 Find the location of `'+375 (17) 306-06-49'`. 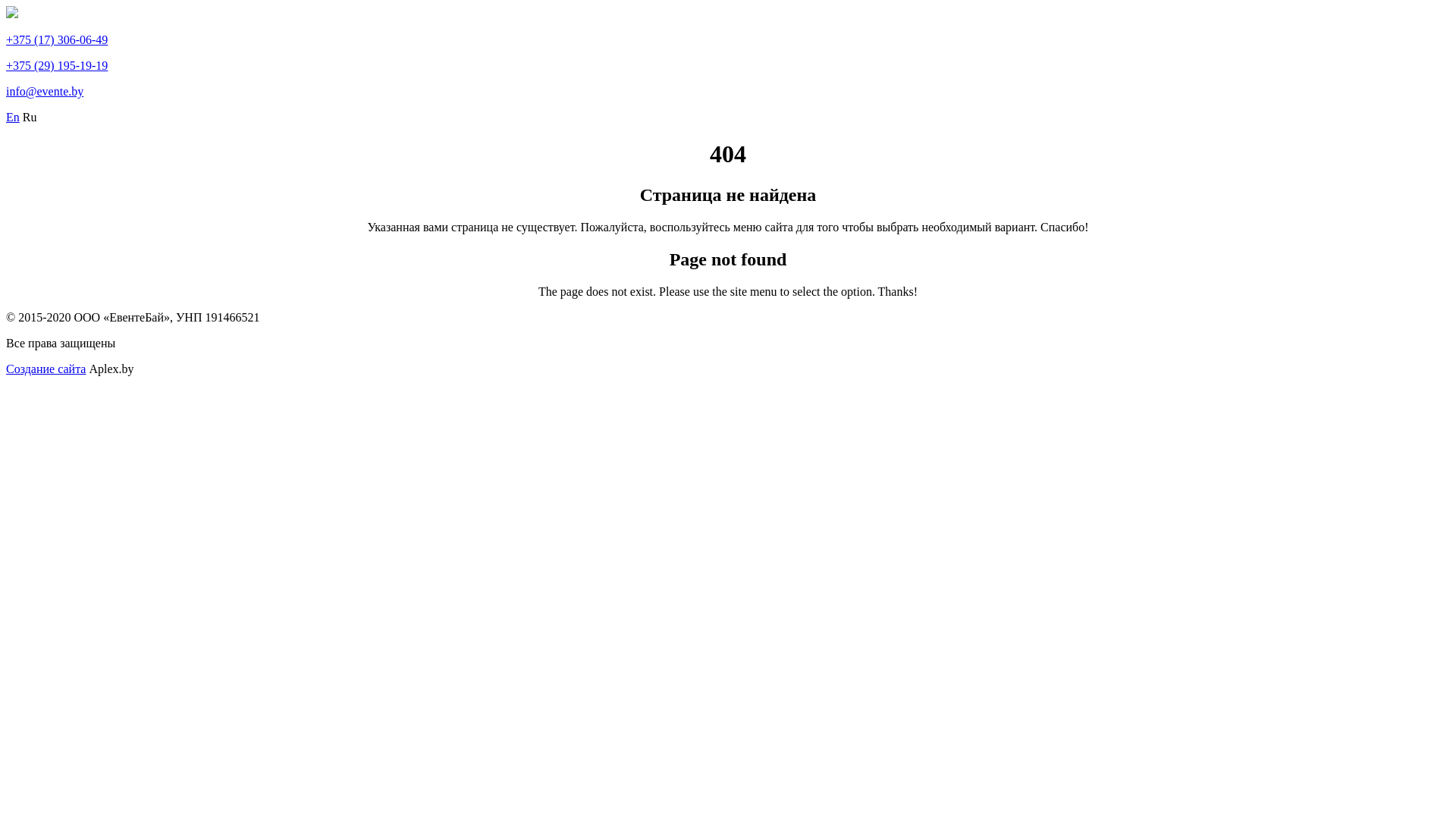

'+375 (17) 306-06-49' is located at coordinates (57, 39).